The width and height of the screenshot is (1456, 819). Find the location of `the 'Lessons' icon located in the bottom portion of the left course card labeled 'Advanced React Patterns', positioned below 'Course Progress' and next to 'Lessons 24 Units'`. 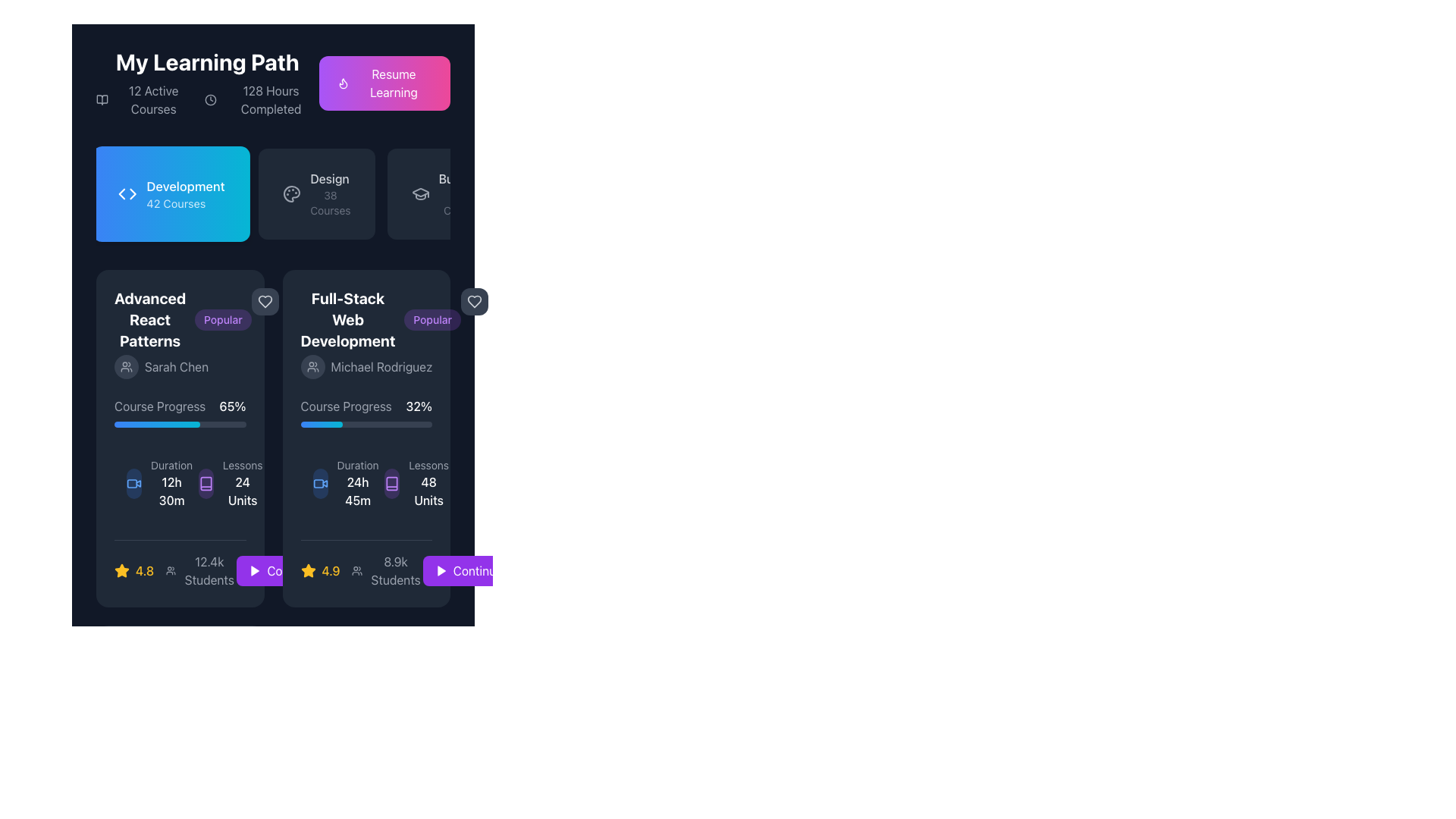

the 'Lessons' icon located in the bottom portion of the left course card labeled 'Advanced React Patterns', positioned below 'Course Progress' and next to 'Lessons 24 Units' is located at coordinates (205, 483).